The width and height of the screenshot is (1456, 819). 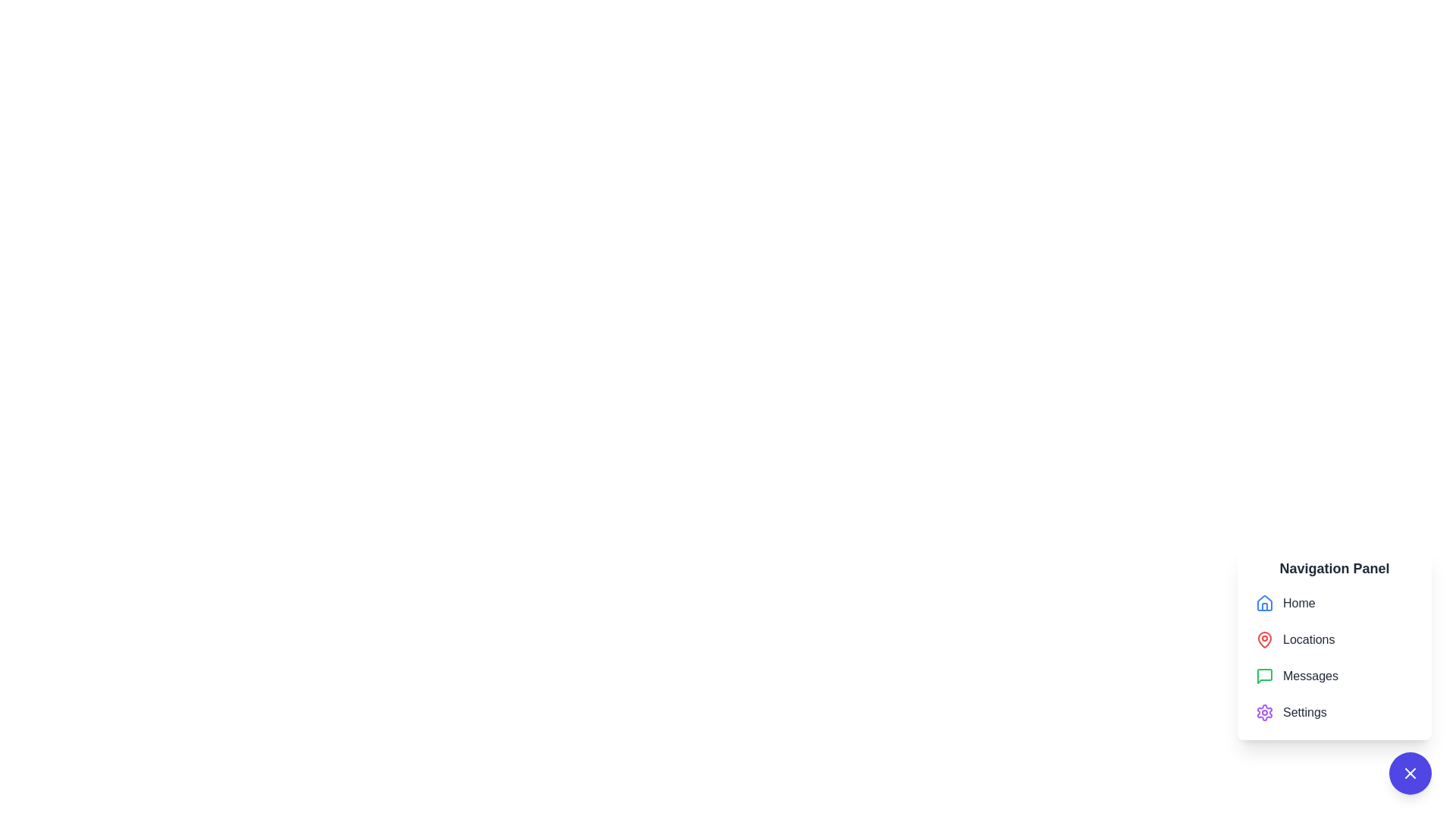 What do you see at coordinates (1265, 601) in the screenshot?
I see `the 'Home' icon in the navigation panel` at bounding box center [1265, 601].